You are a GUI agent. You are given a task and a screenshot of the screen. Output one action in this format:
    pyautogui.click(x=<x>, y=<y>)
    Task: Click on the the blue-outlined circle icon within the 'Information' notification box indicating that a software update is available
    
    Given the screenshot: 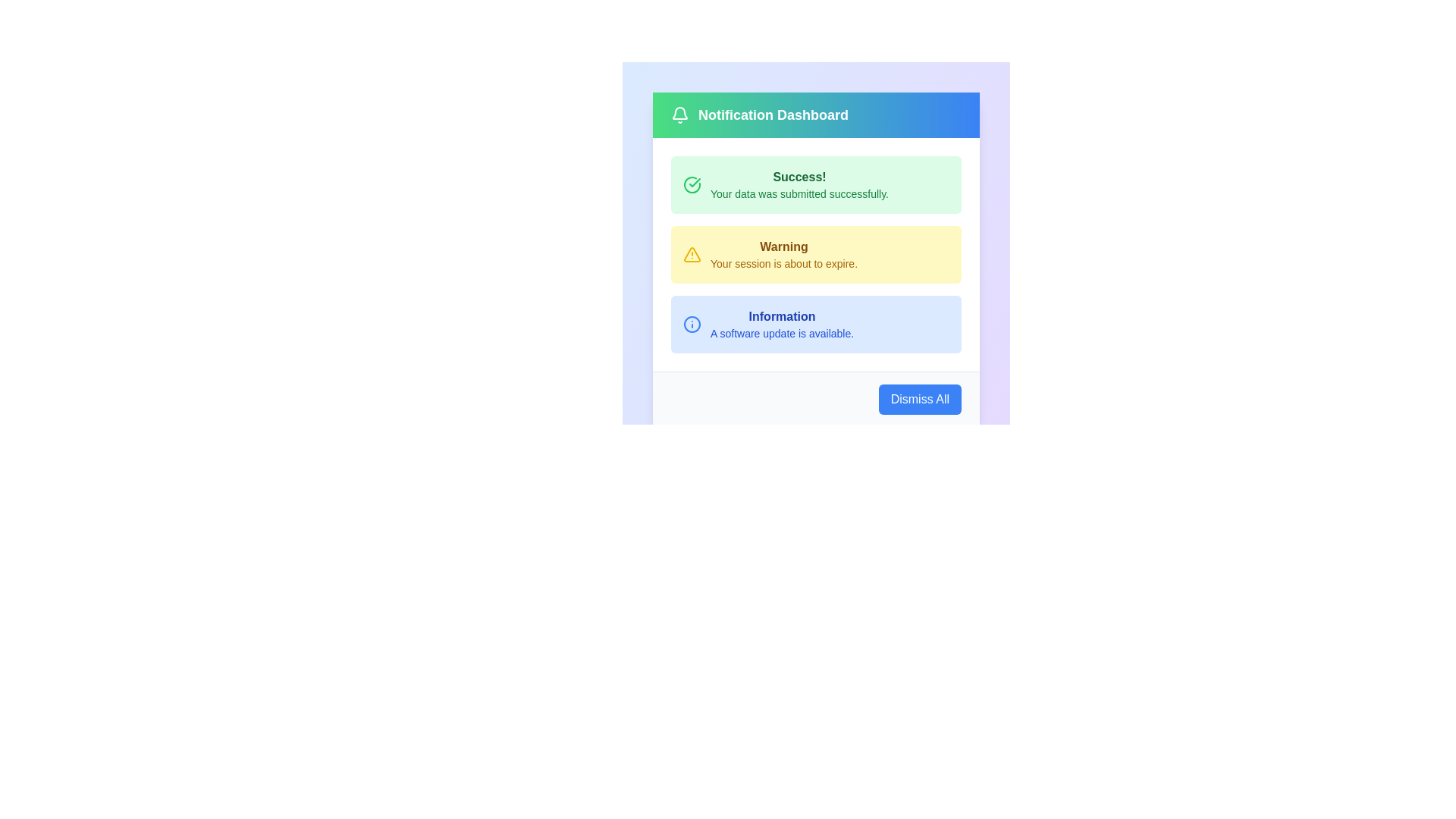 What is the action you would take?
    pyautogui.click(x=691, y=324)
    